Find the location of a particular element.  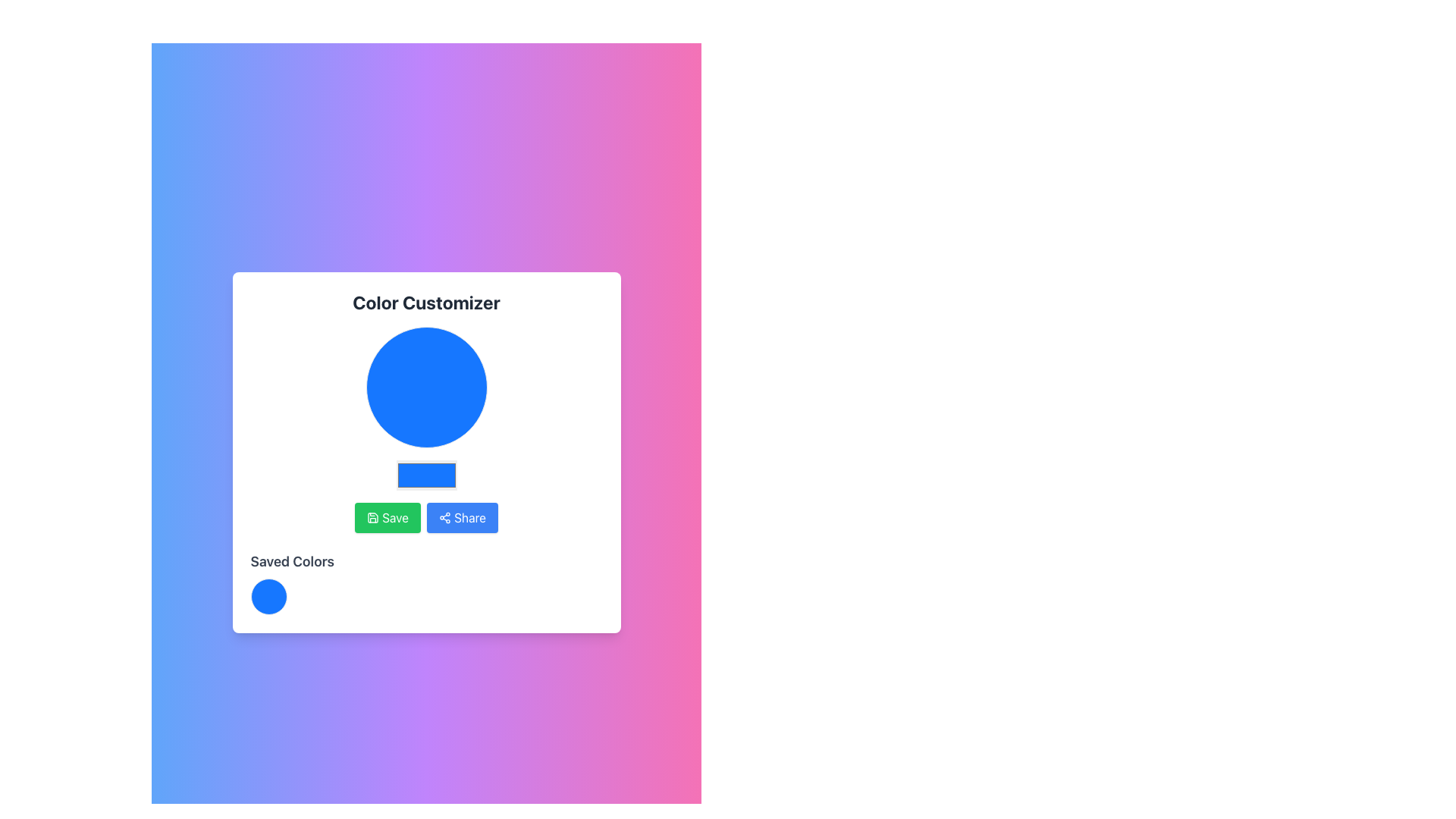

the Color input/button located in the 'Color Customizer' section, which is horizontally centered and positioned just below the circular color preview is located at coordinates (425, 475).